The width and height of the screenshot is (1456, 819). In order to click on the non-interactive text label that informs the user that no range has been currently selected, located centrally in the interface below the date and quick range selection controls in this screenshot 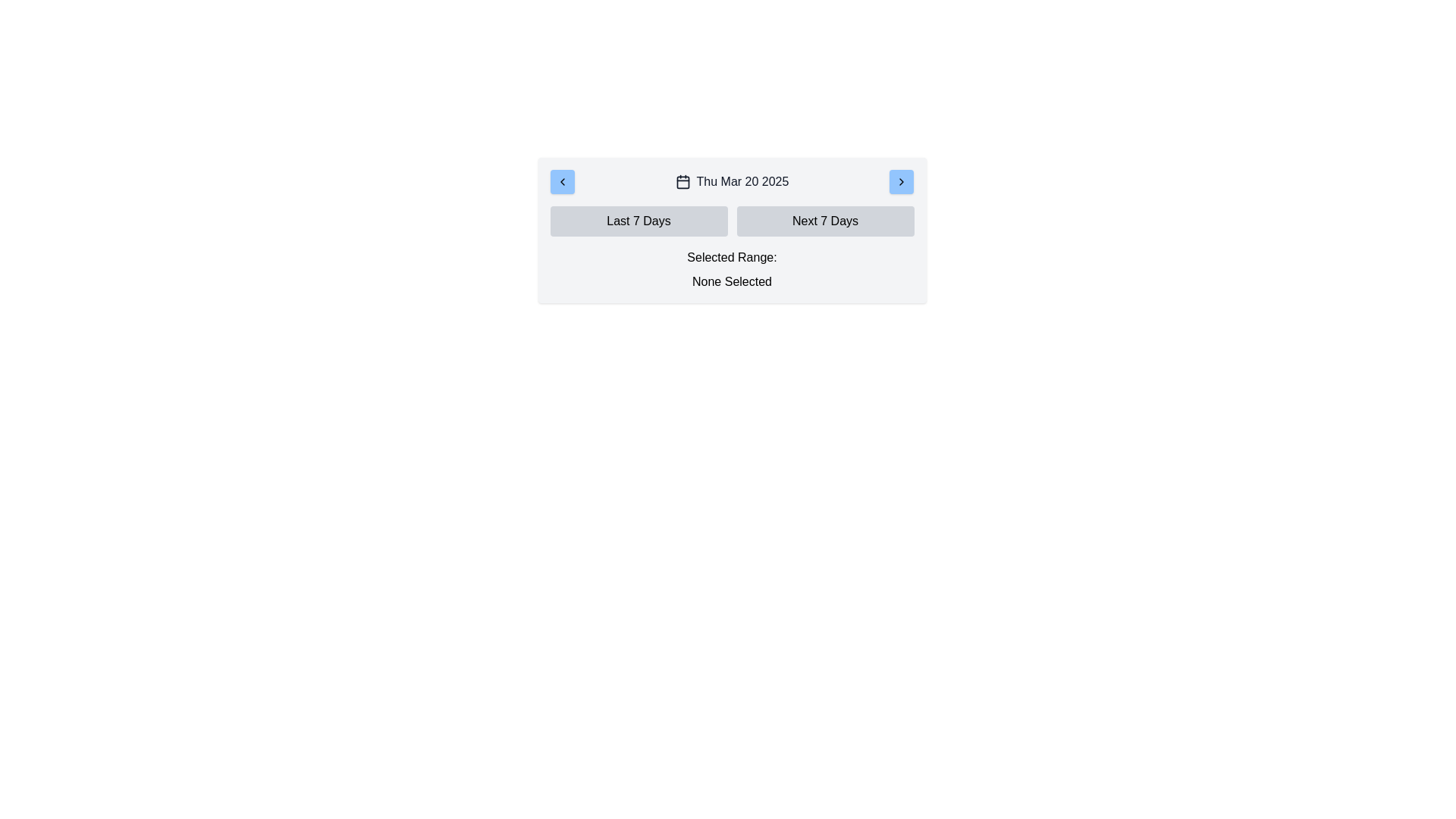, I will do `click(732, 281)`.